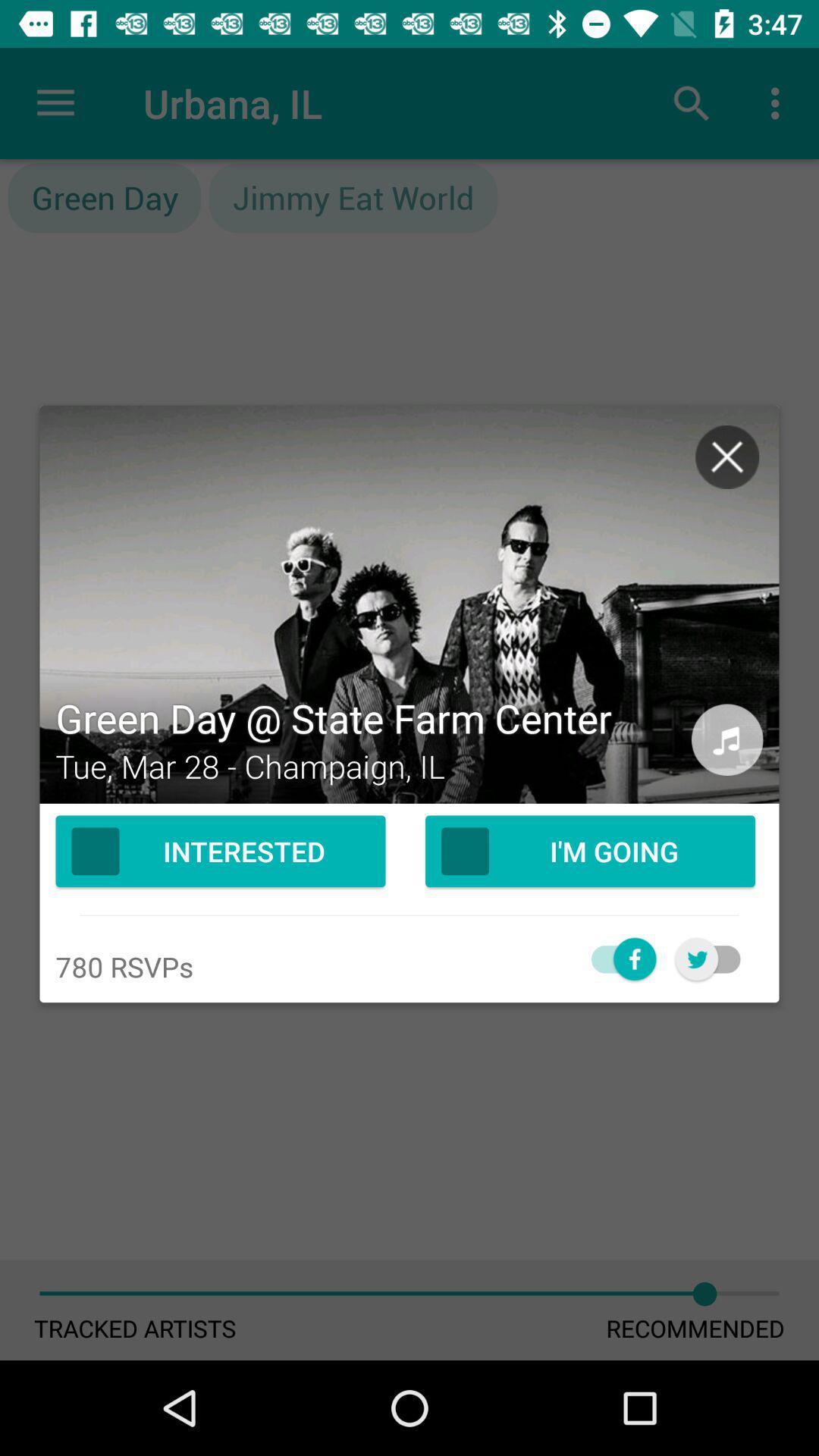 This screenshot has height=1456, width=819. Describe the element at coordinates (726, 739) in the screenshot. I see `the audio` at that location.